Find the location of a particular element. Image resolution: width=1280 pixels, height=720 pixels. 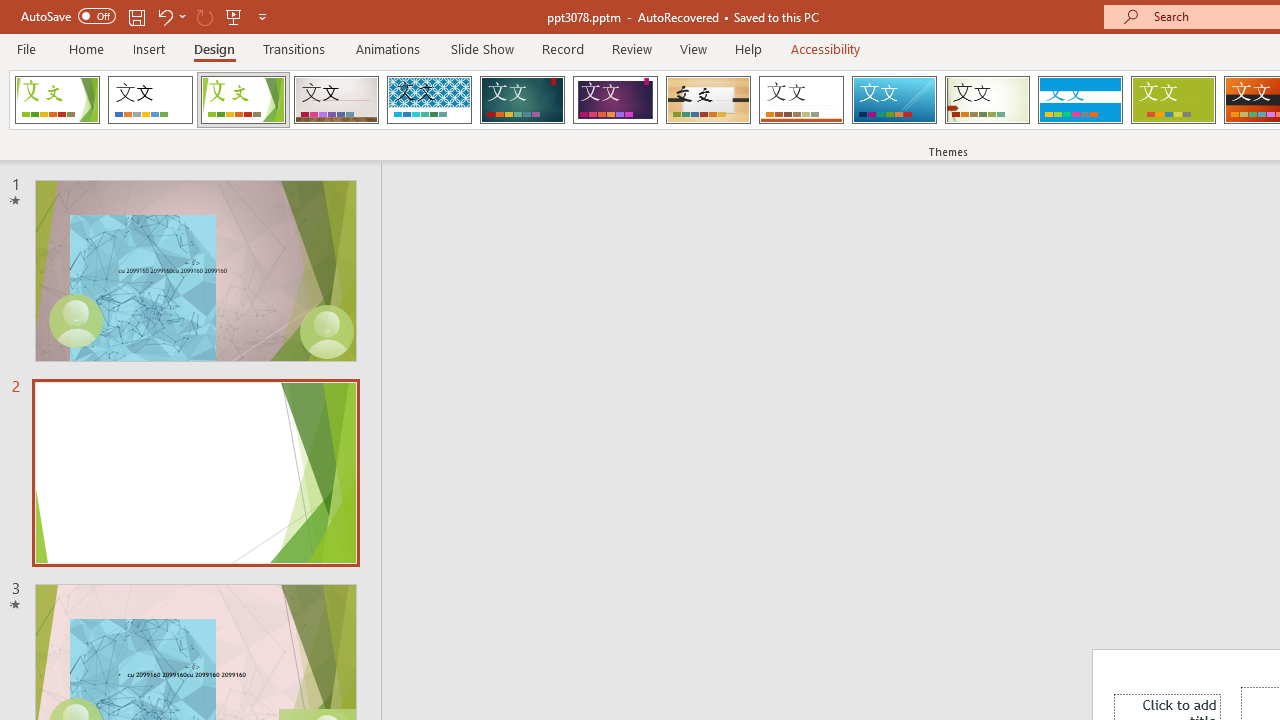

'Banded' is located at coordinates (1079, 100).